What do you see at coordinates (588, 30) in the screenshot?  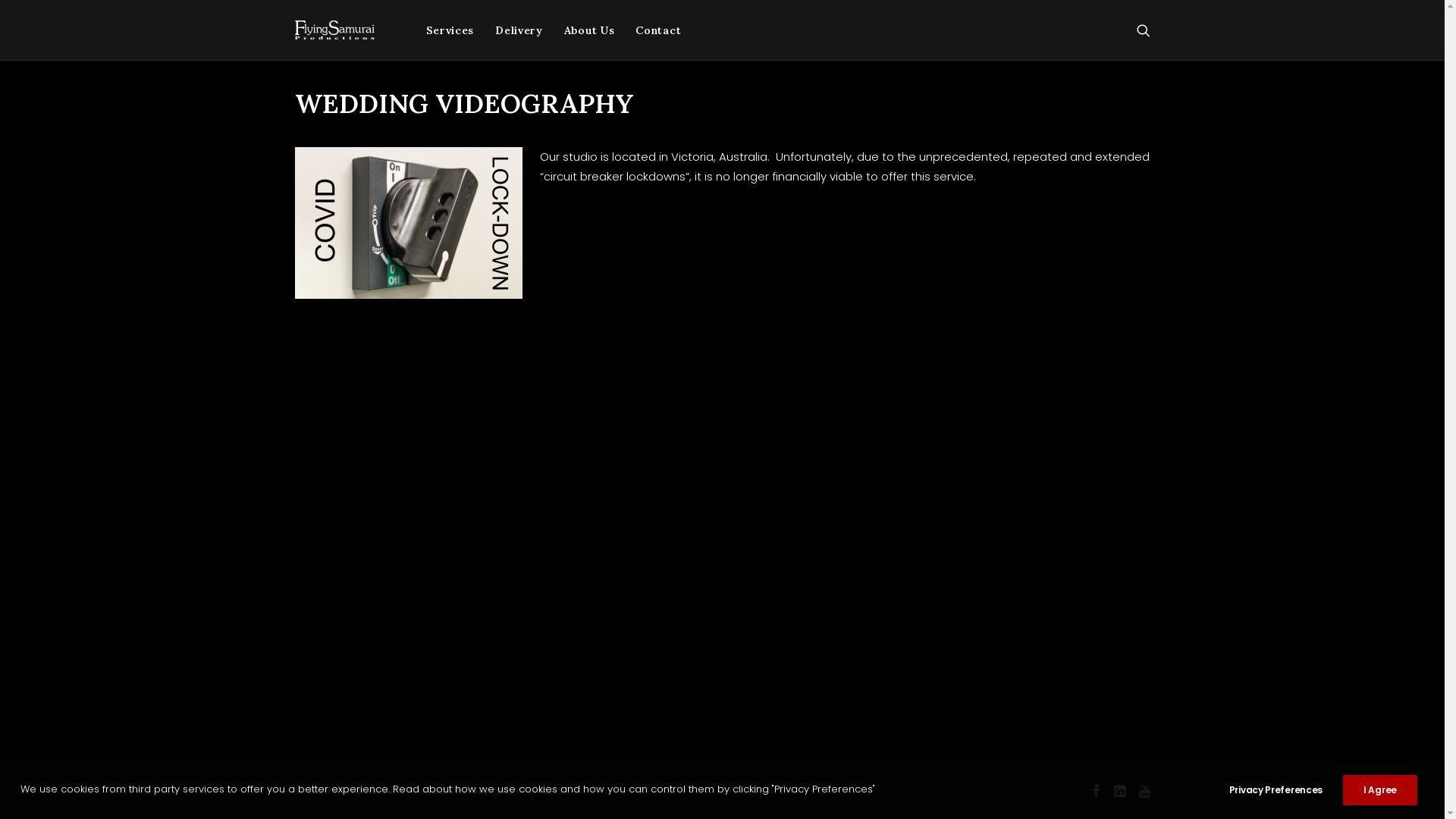 I see `'About Us'` at bounding box center [588, 30].